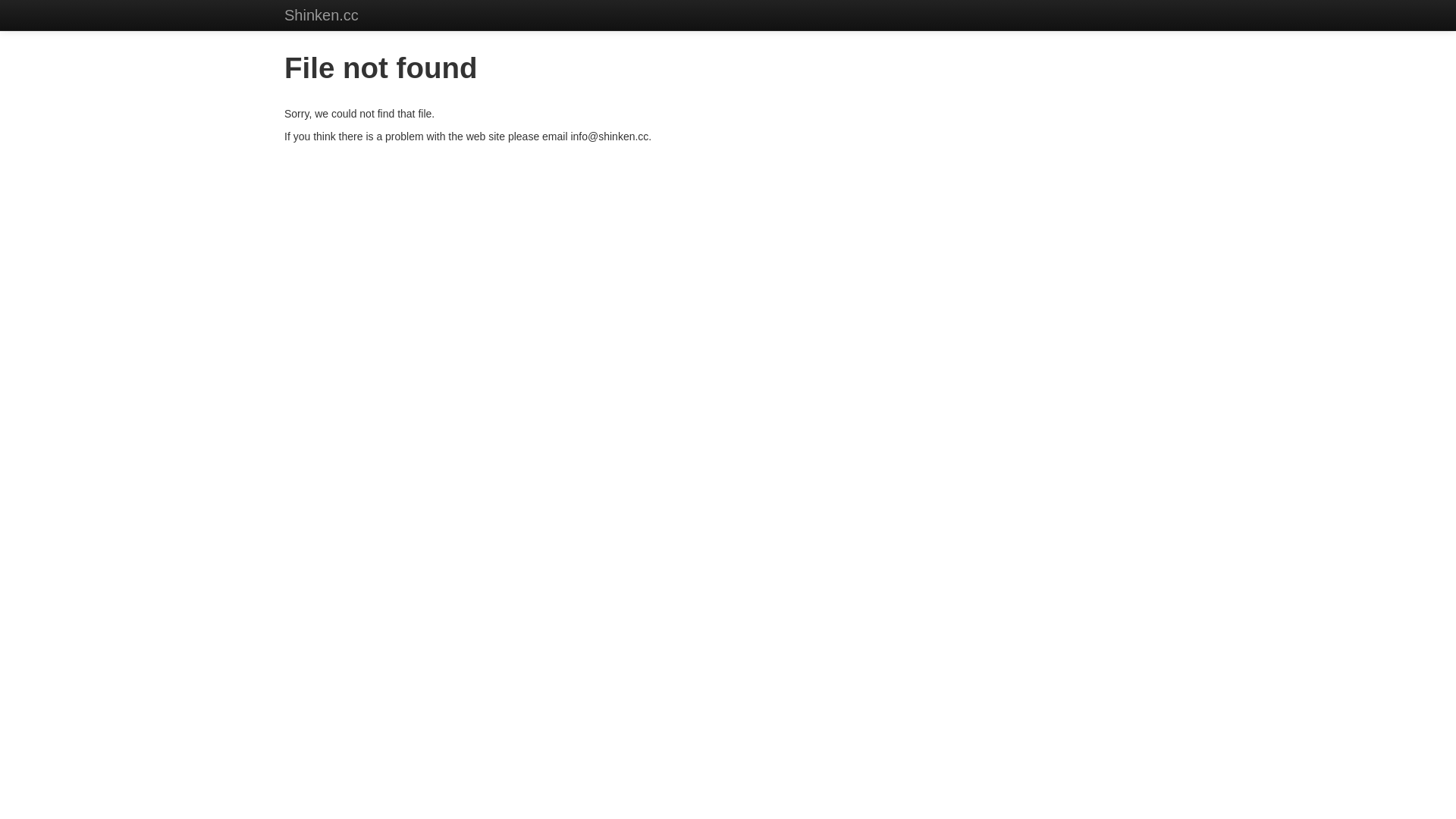 The image size is (1456, 819). Describe the element at coordinates (320, 14) in the screenshot. I see `'Shinken.cc'` at that location.